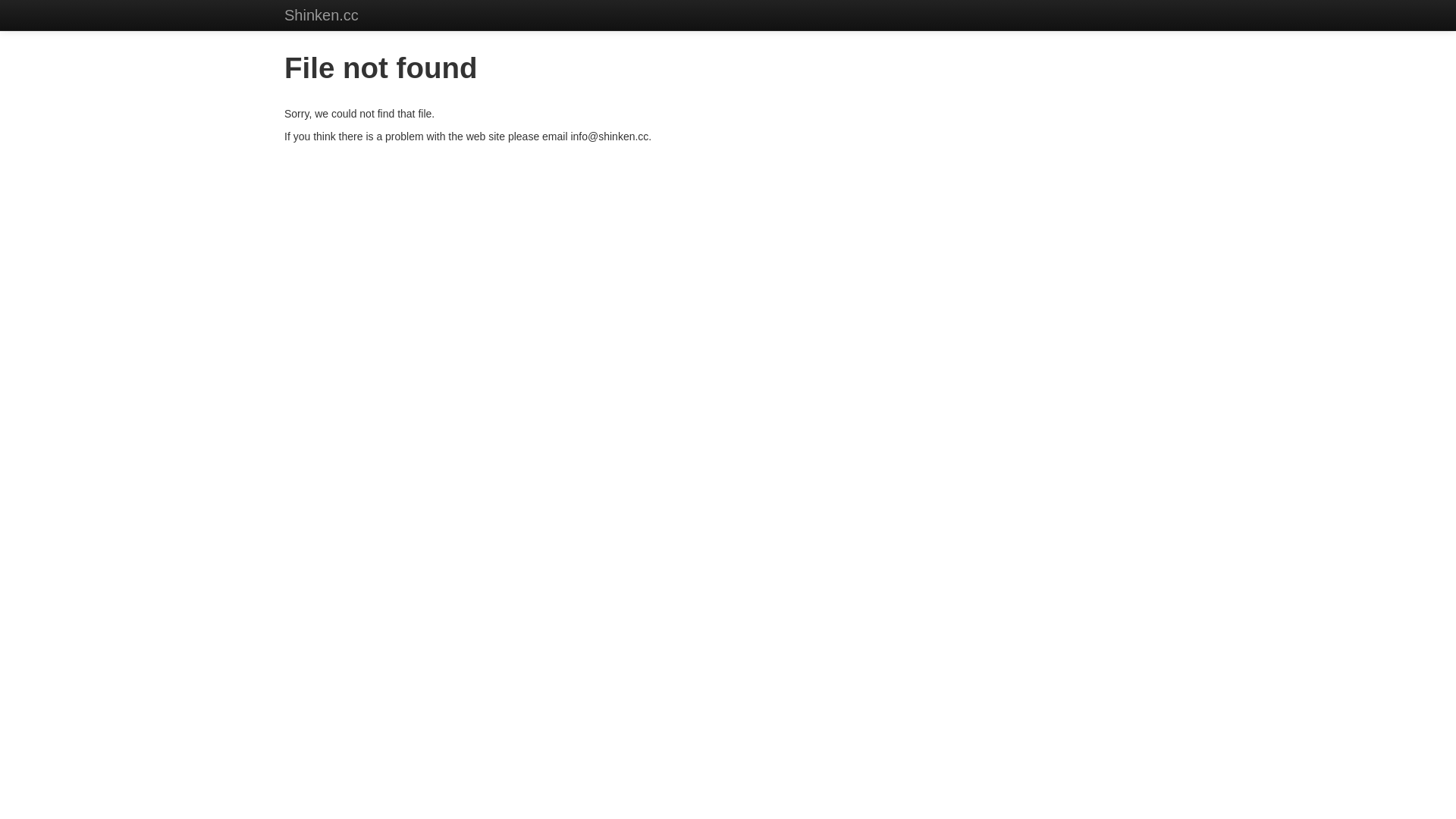 The image size is (1456, 819). Describe the element at coordinates (320, 14) in the screenshot. I see `'Shinken.cc'` at that location.